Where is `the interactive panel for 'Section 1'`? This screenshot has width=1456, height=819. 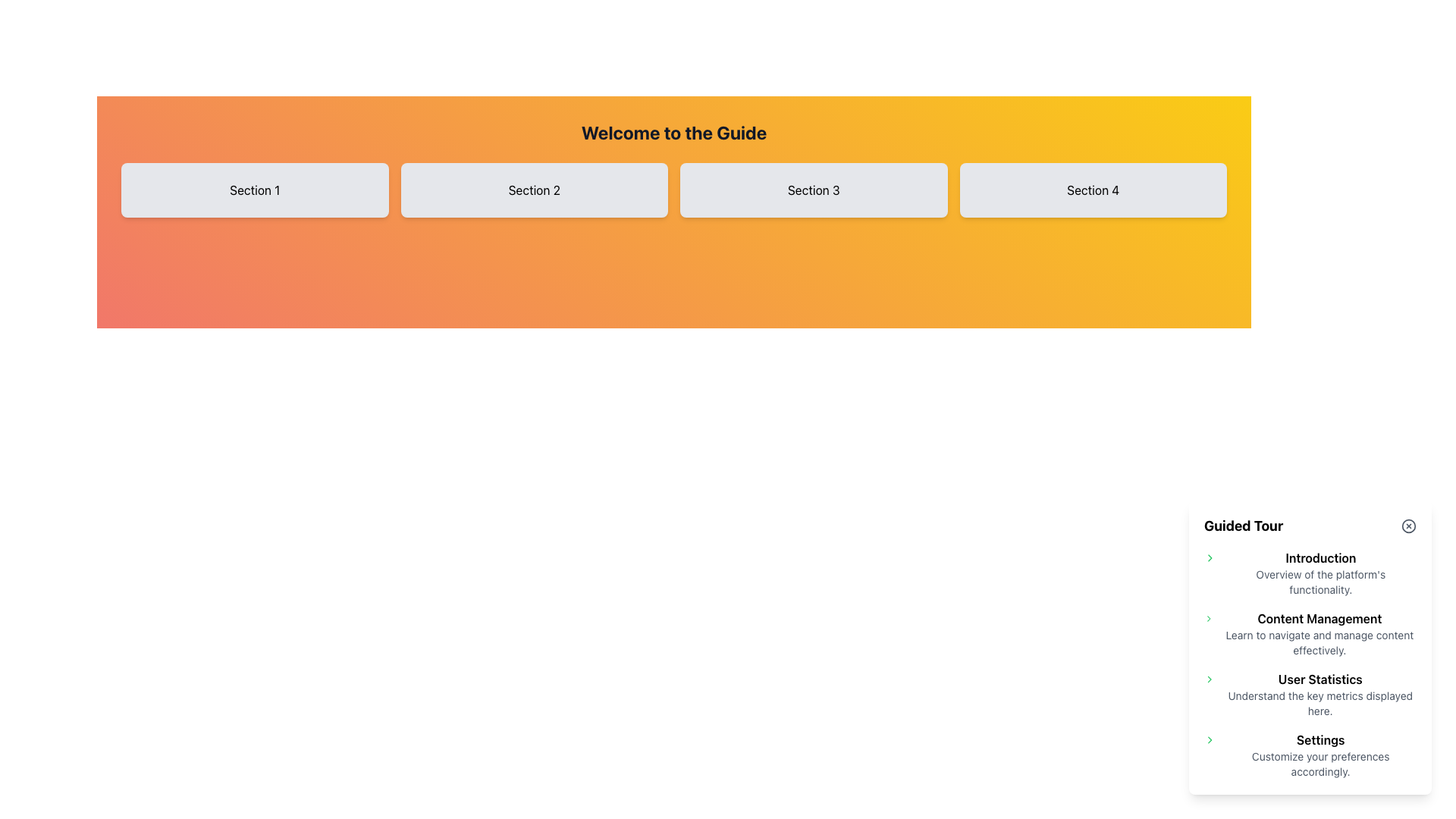
the interactive panel for 'Section 1' is located at coordinates (255, 189).